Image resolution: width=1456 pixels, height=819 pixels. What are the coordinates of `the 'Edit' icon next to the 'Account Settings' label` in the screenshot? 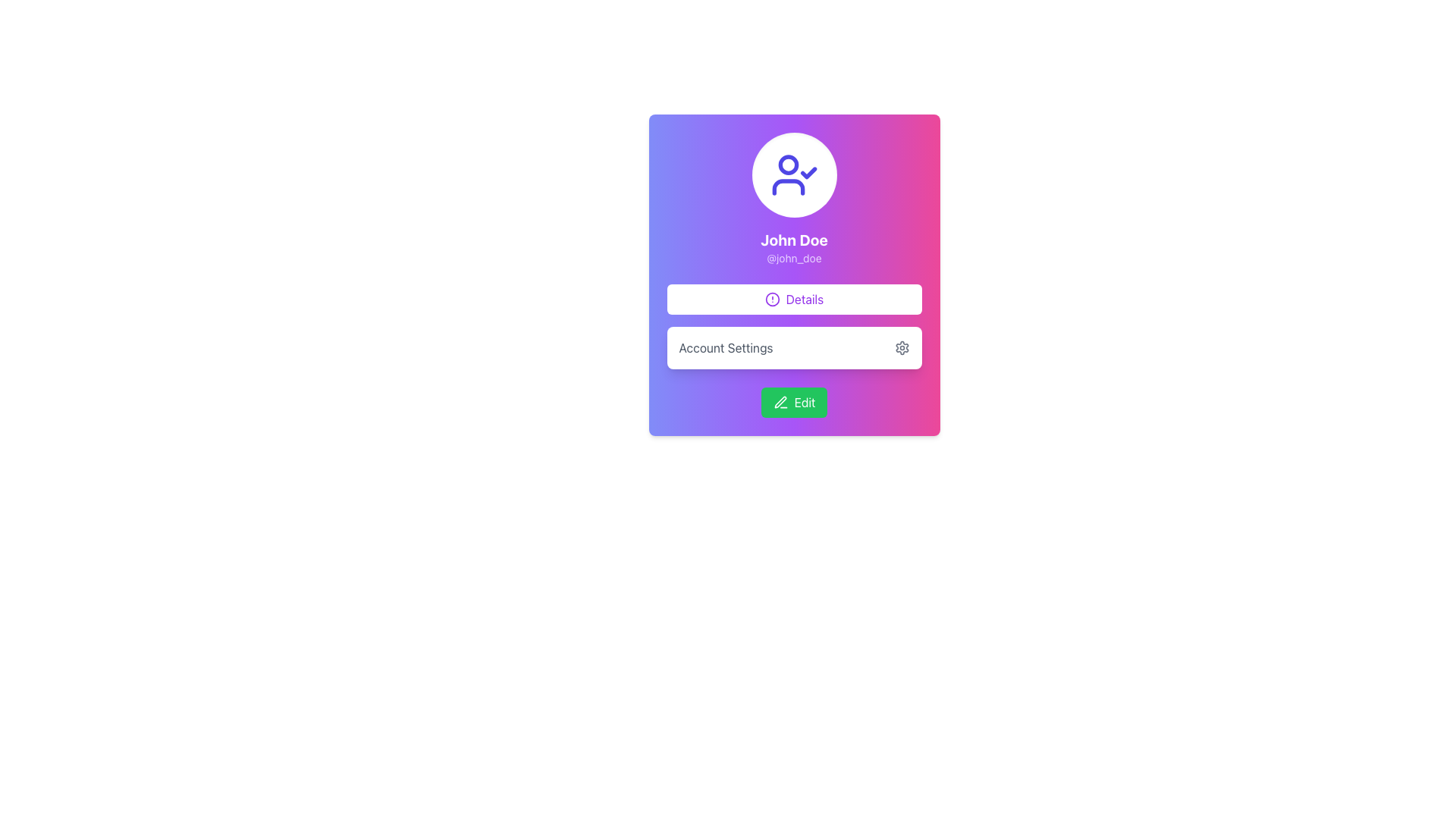 It's located at (780, 400).